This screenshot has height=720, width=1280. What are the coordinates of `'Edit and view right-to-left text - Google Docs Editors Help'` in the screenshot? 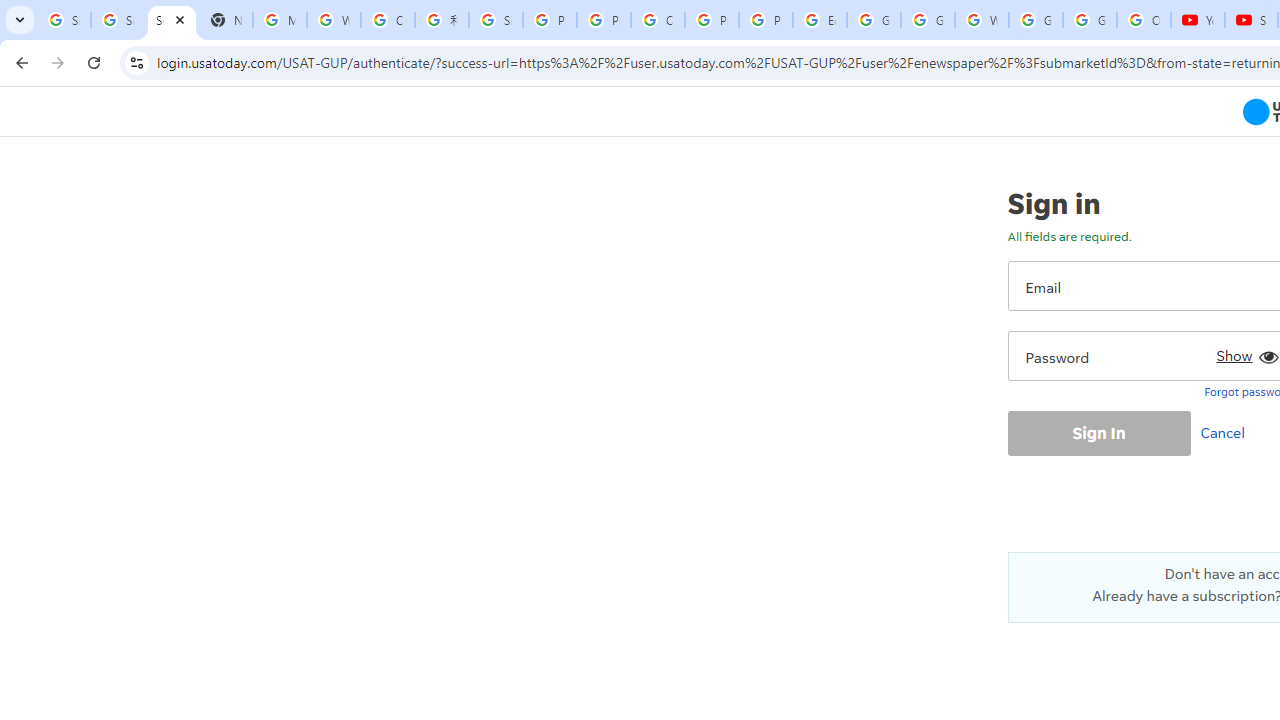 It's located at (819, 20).